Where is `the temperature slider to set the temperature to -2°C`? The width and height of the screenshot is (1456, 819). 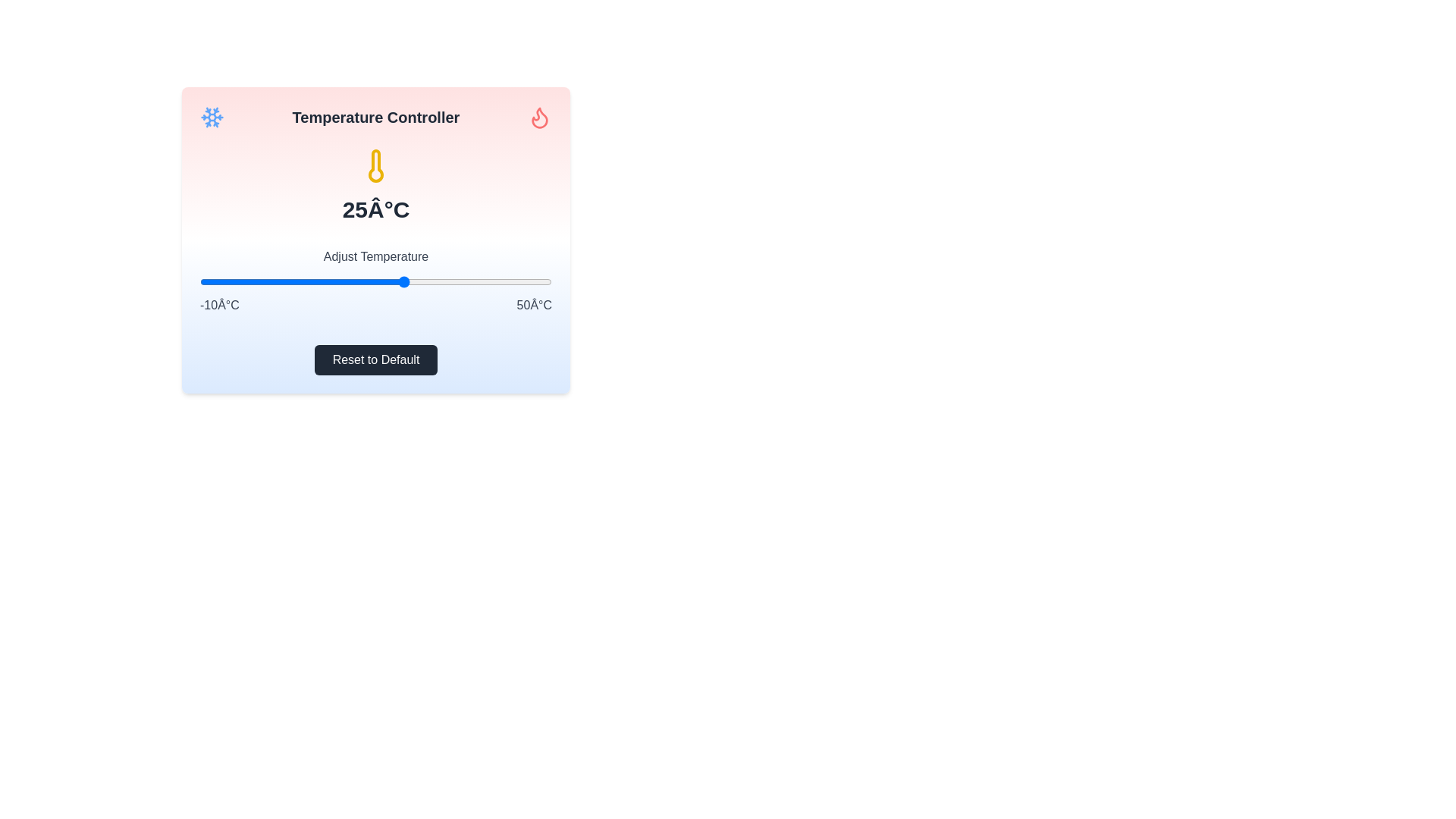
the temperature slider to set the temperature to -2°C is located at coordinates (246, 281).